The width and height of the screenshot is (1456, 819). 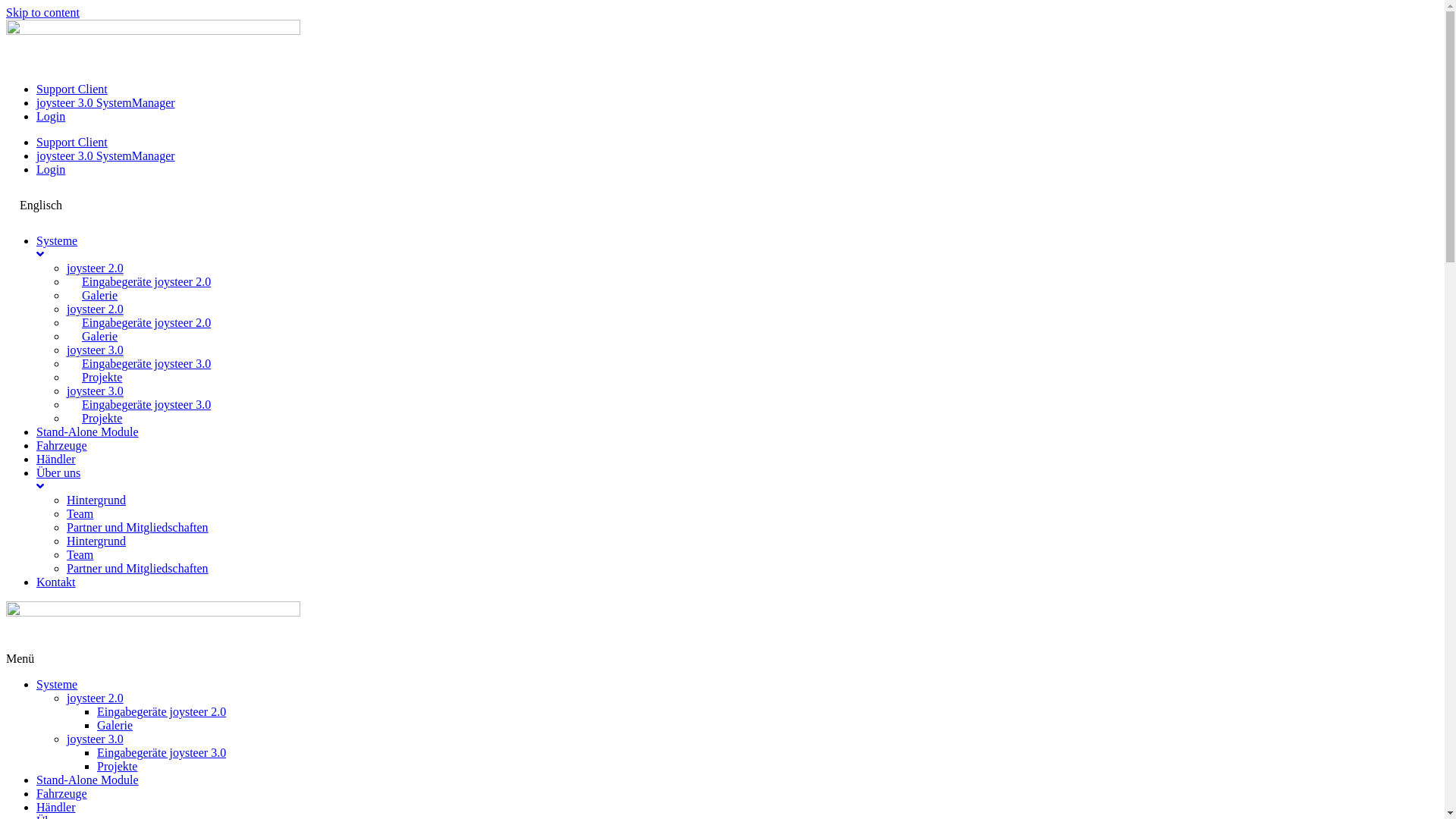 I want to click on 'Projekte', so click(x=81, y=418).